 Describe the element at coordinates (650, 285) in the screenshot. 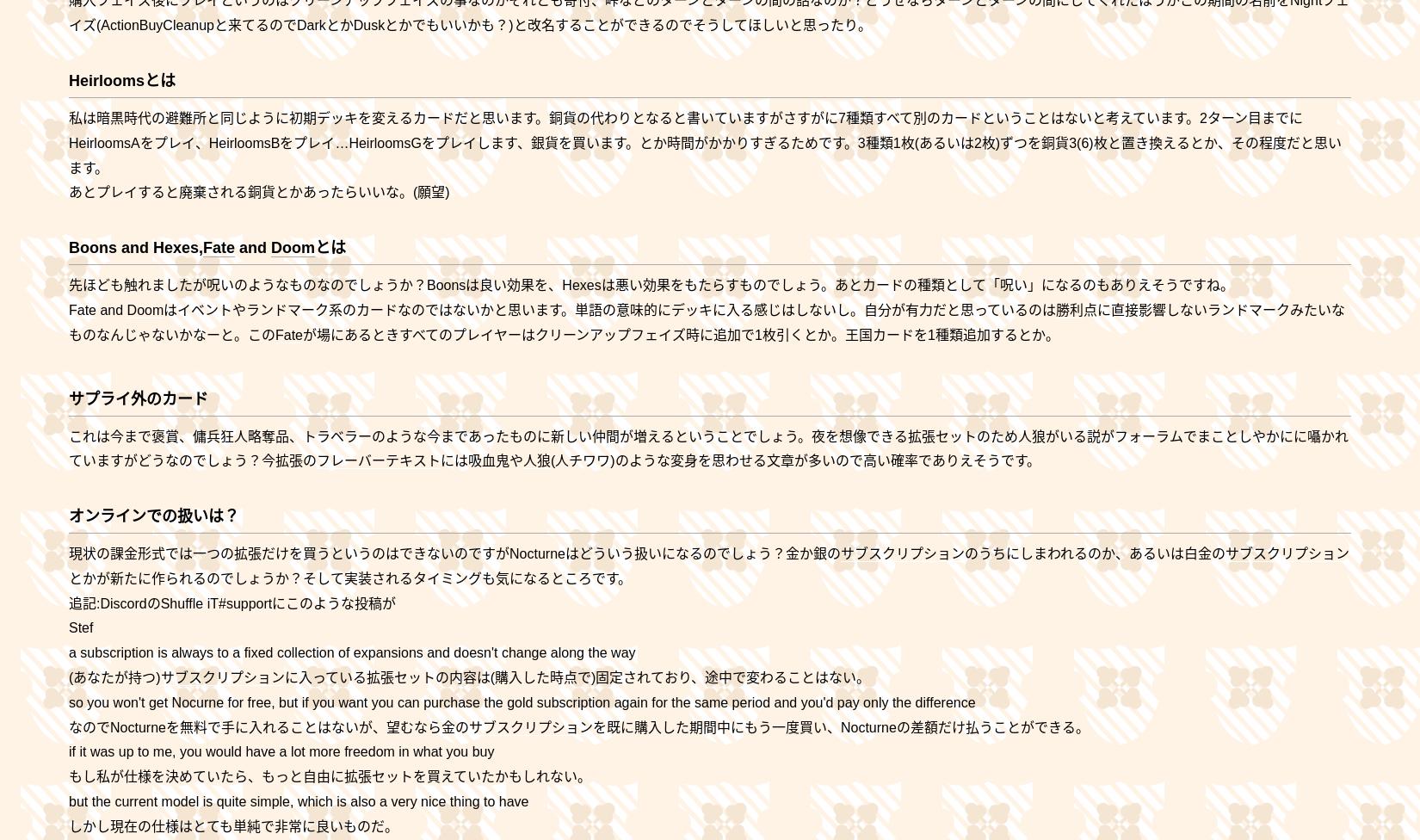

I see `'先ほども触れましたが呪いのようなものなのでしょうか？Boonsは良い効果を、Hexesは悪い効果をもたらすものでしょう。あとカードの種類として「呪い」になるのもありえそうですね。'` at that location.